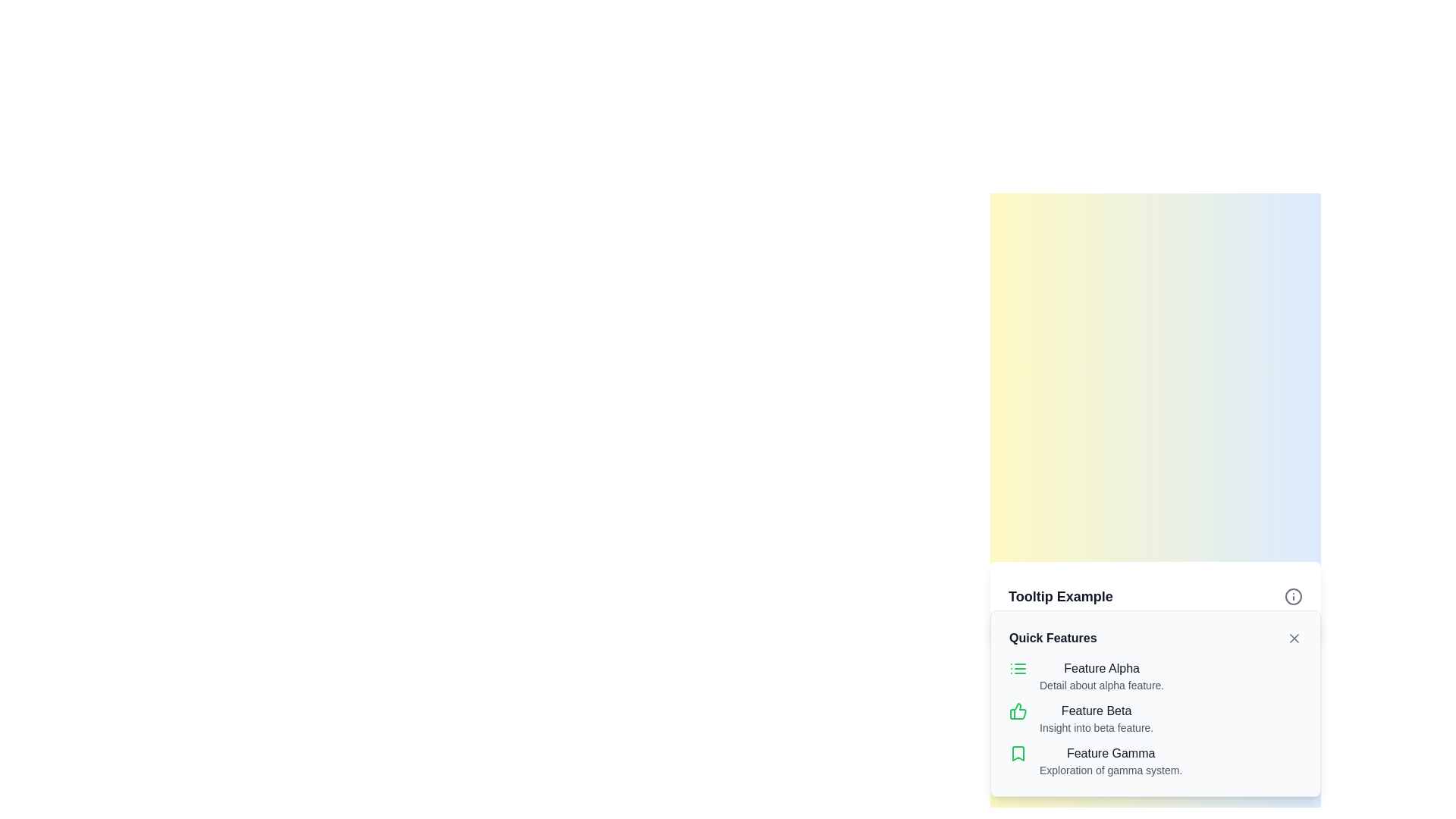  I want to click on descriptive text block located below the title 'Feature Beta' in the 'Quick Features' section to understand the information provided about the feature, so click(1097, 727).